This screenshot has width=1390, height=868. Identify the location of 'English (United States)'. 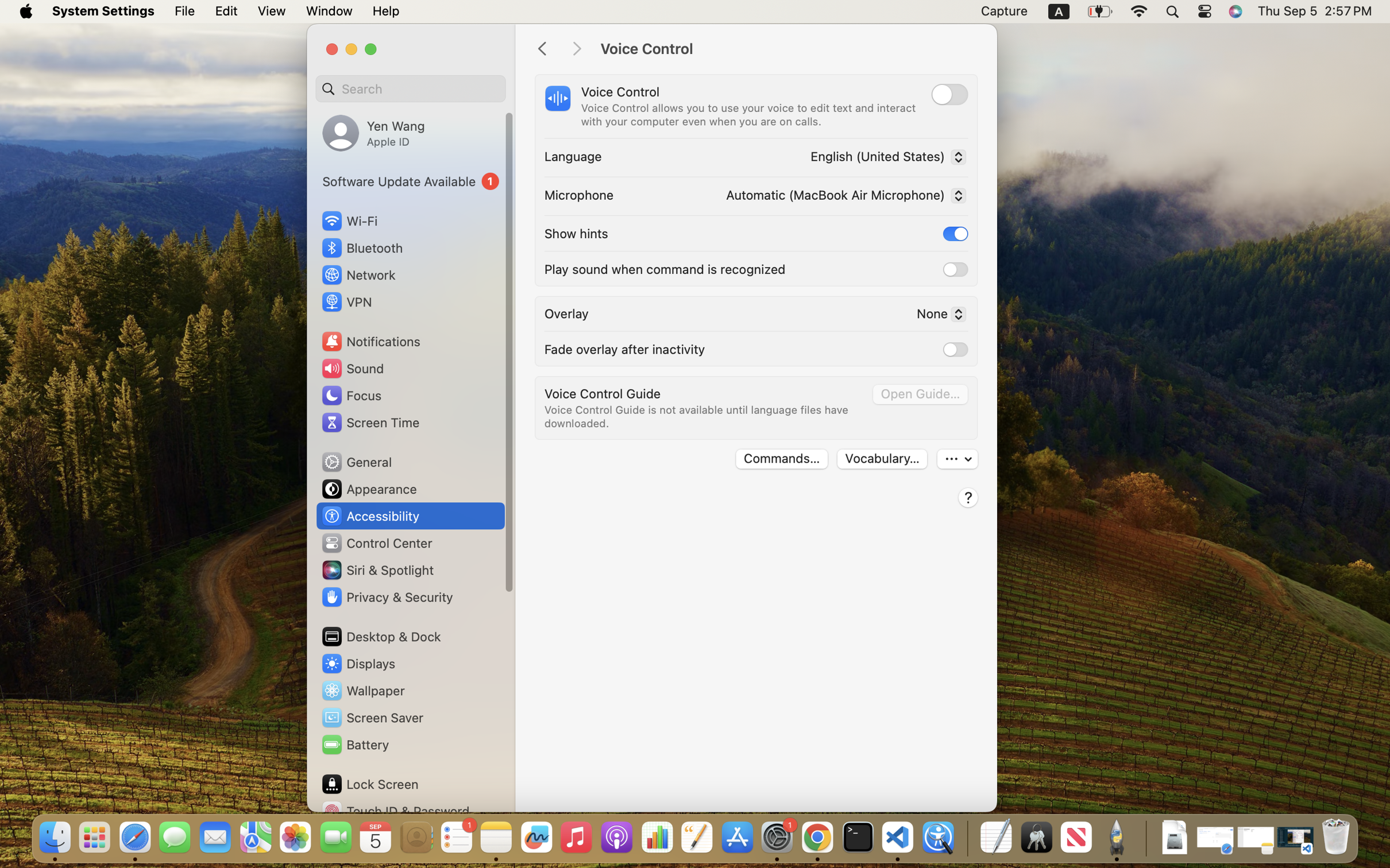
(885, 158).